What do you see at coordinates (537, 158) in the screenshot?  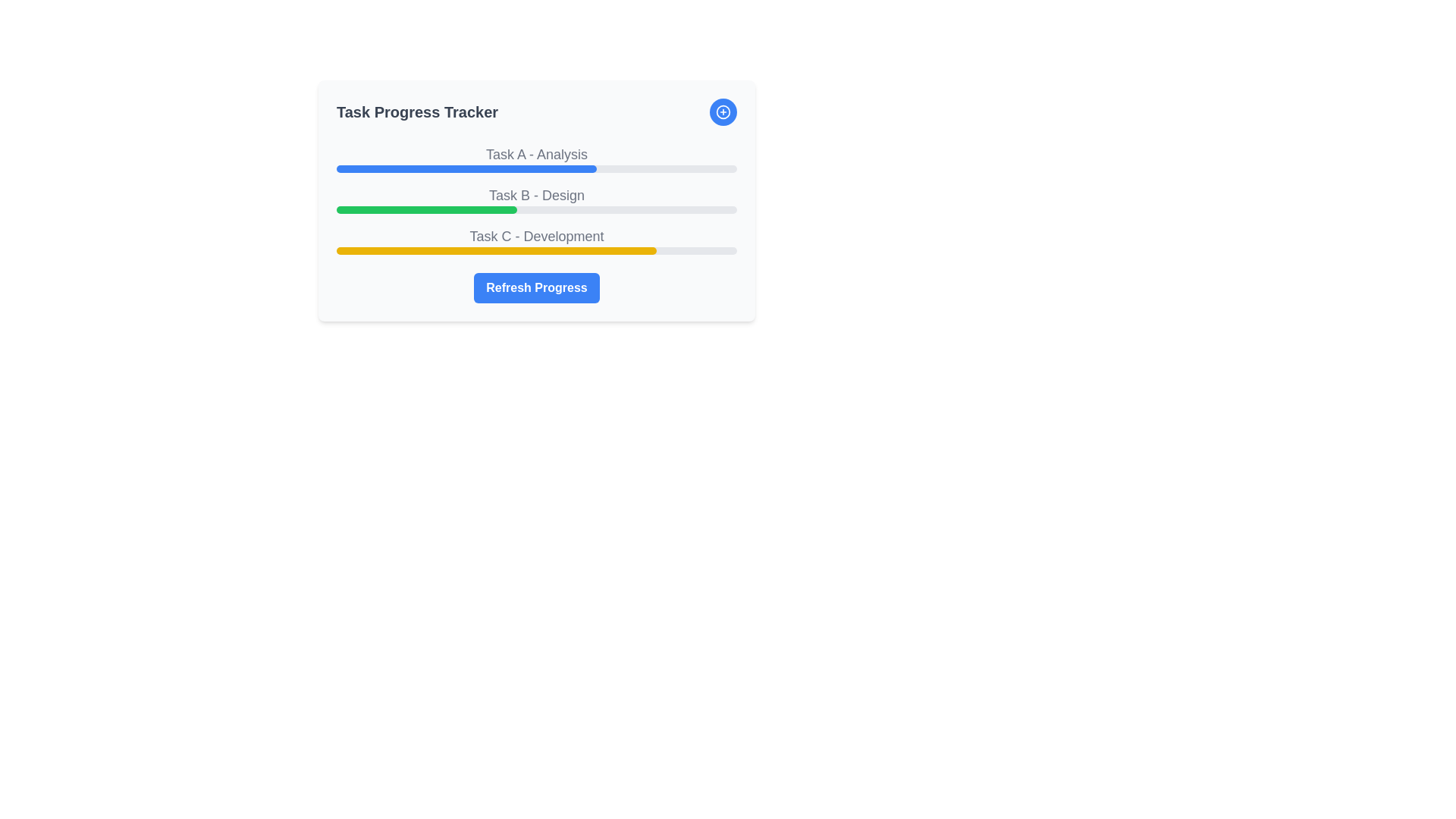 I see `progress indicator for 'Task A - Analysis', which is the first item in the vertical list of task progress indicators` at bounding box center [537, 158].